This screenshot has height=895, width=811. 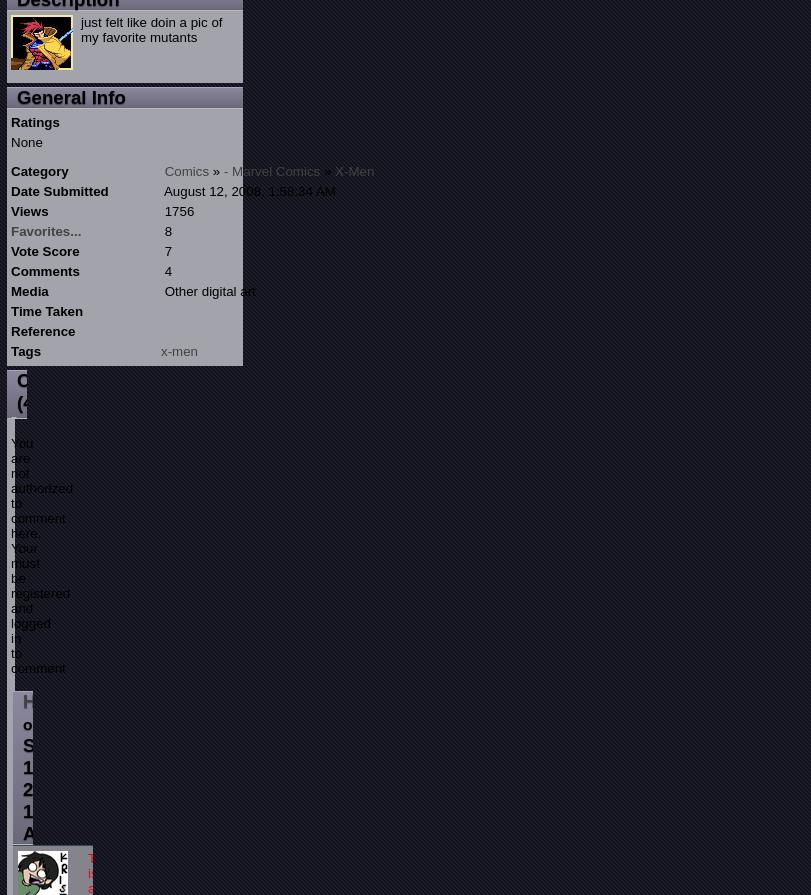 What do you see at coordinates (11, 250) in the screenshot?
I see `'Vote Score'` at bounding box center [11, 250].